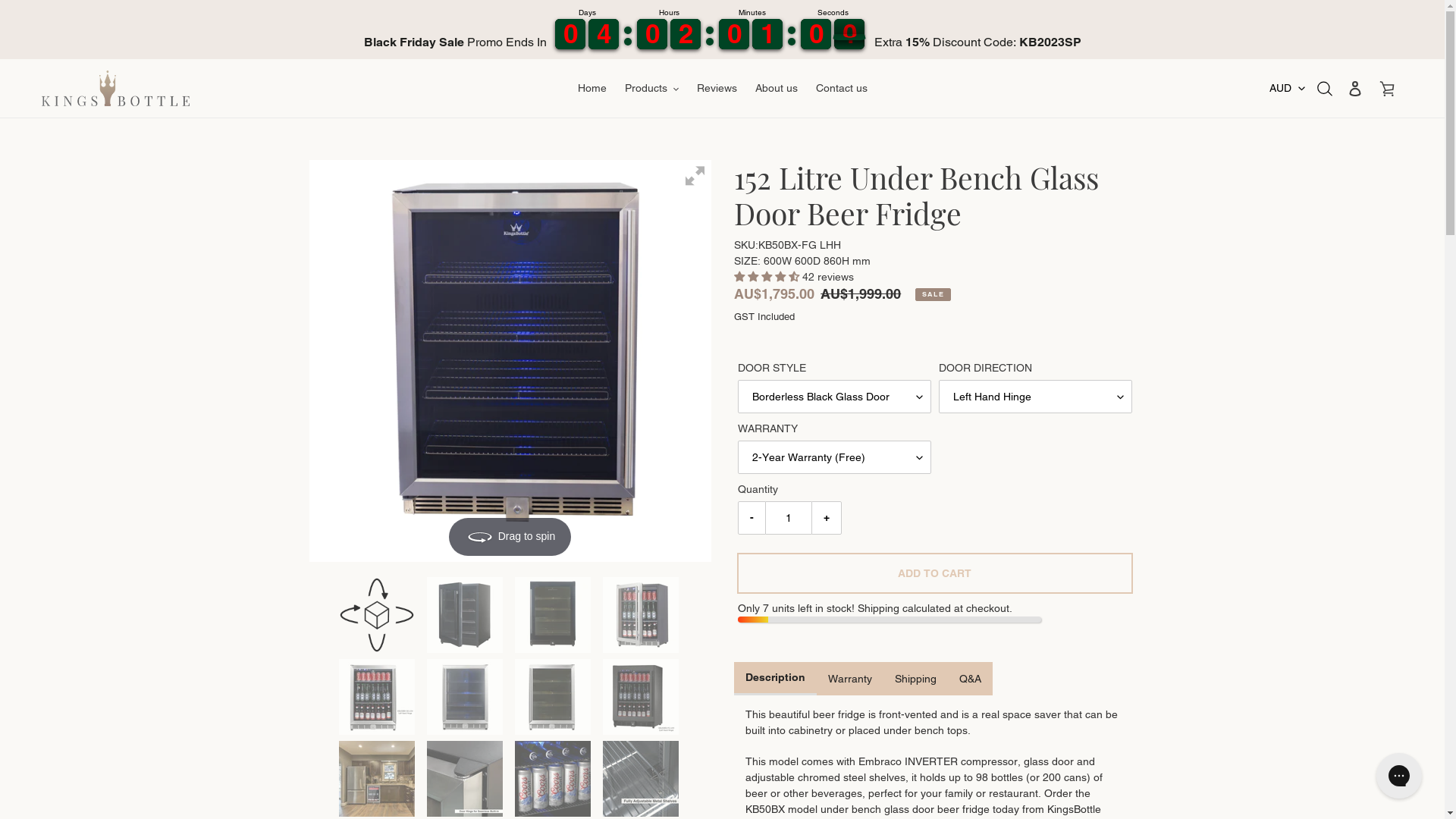 The width and height of the screenshot is (1456, 819). What do you see at coordinates (651, 34) in the screenshot?
I see `'9` at bounding box center [651, 34].